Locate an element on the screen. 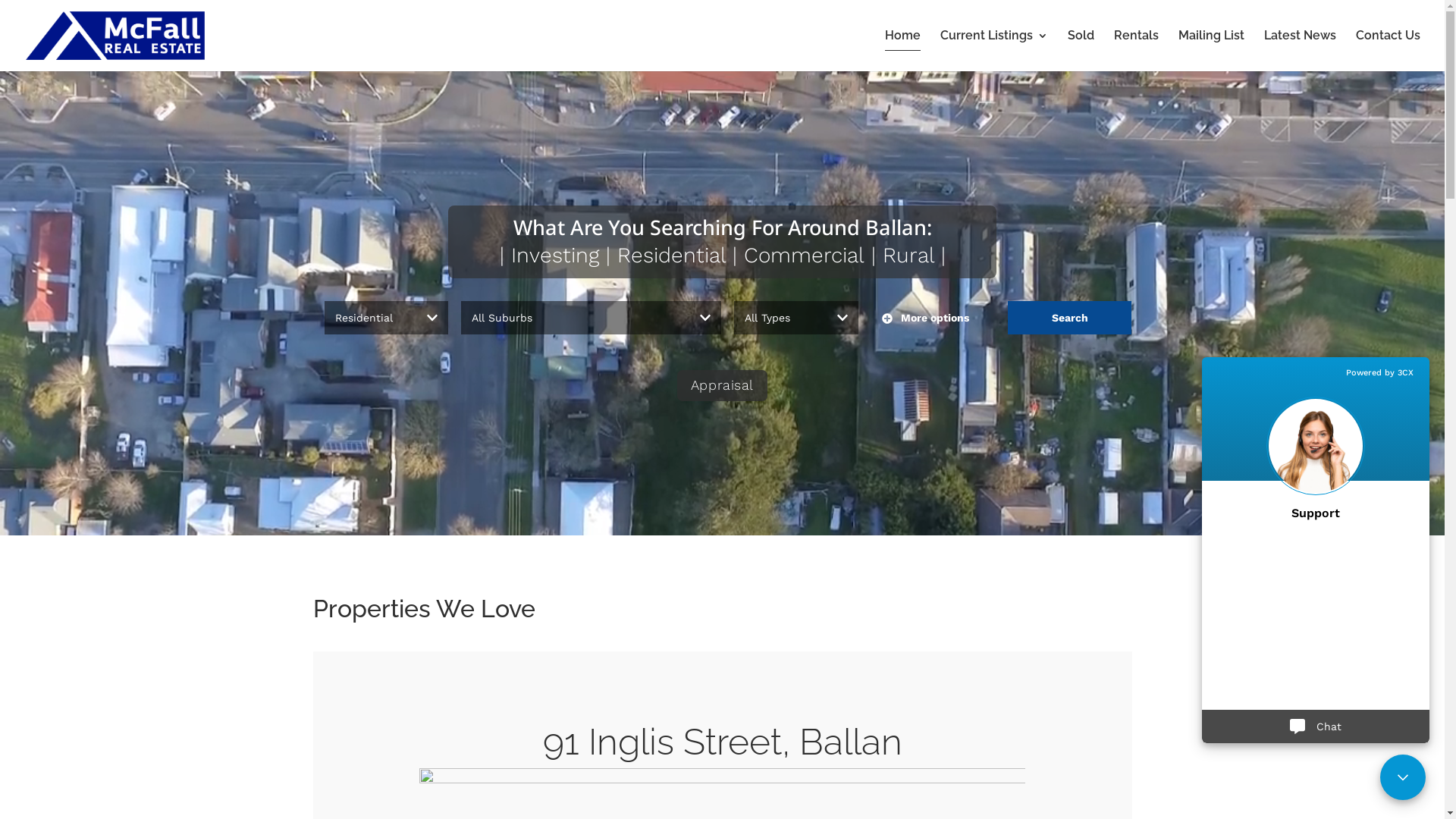 The width and height of the screenshot is (1456, 819). 'Home' is located at coordinates (902, 49).